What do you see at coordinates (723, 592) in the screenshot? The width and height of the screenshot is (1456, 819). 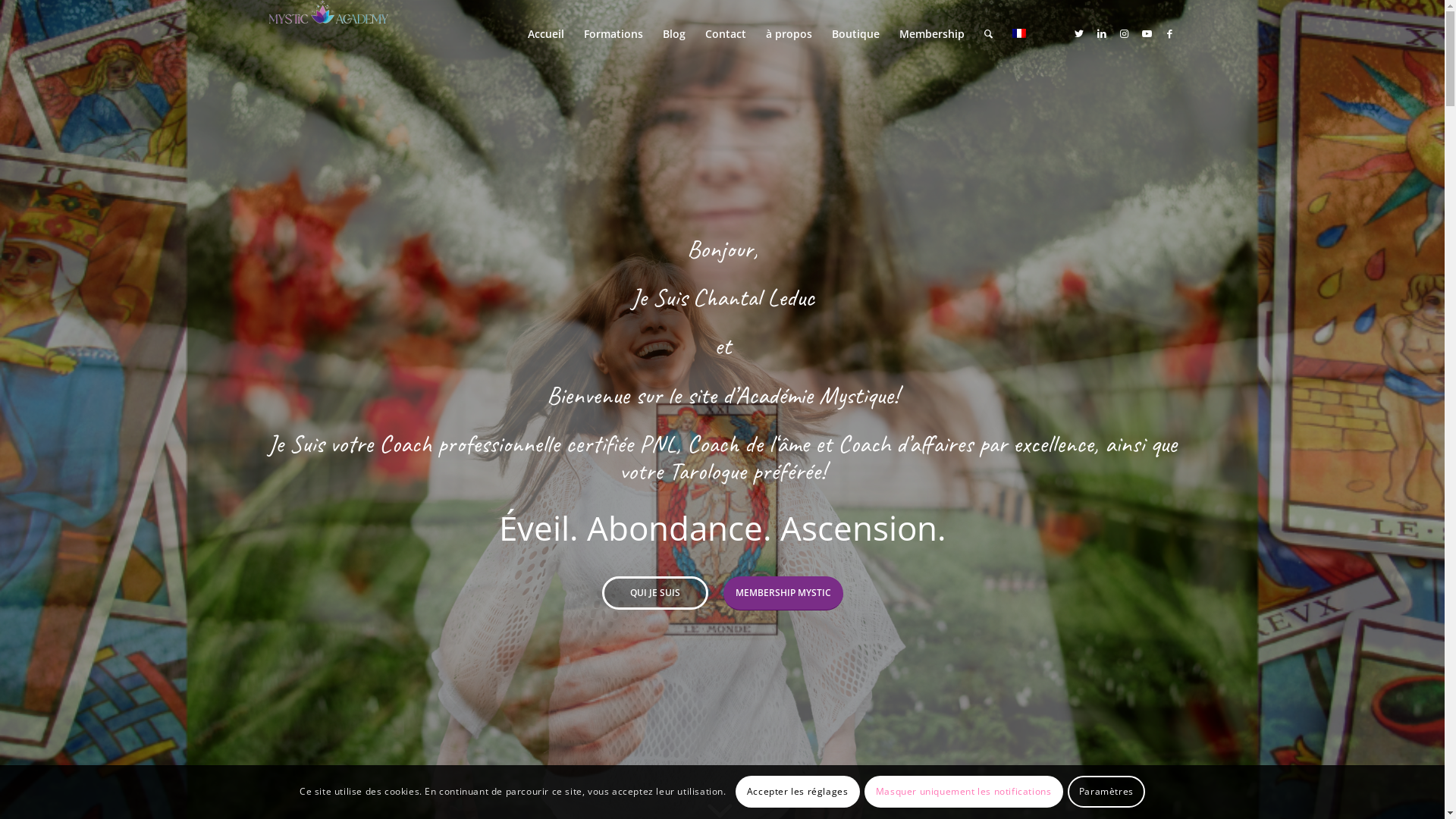 I see `'MEMBERSHIP MYSTIC'` at bounding box center [723, 592].